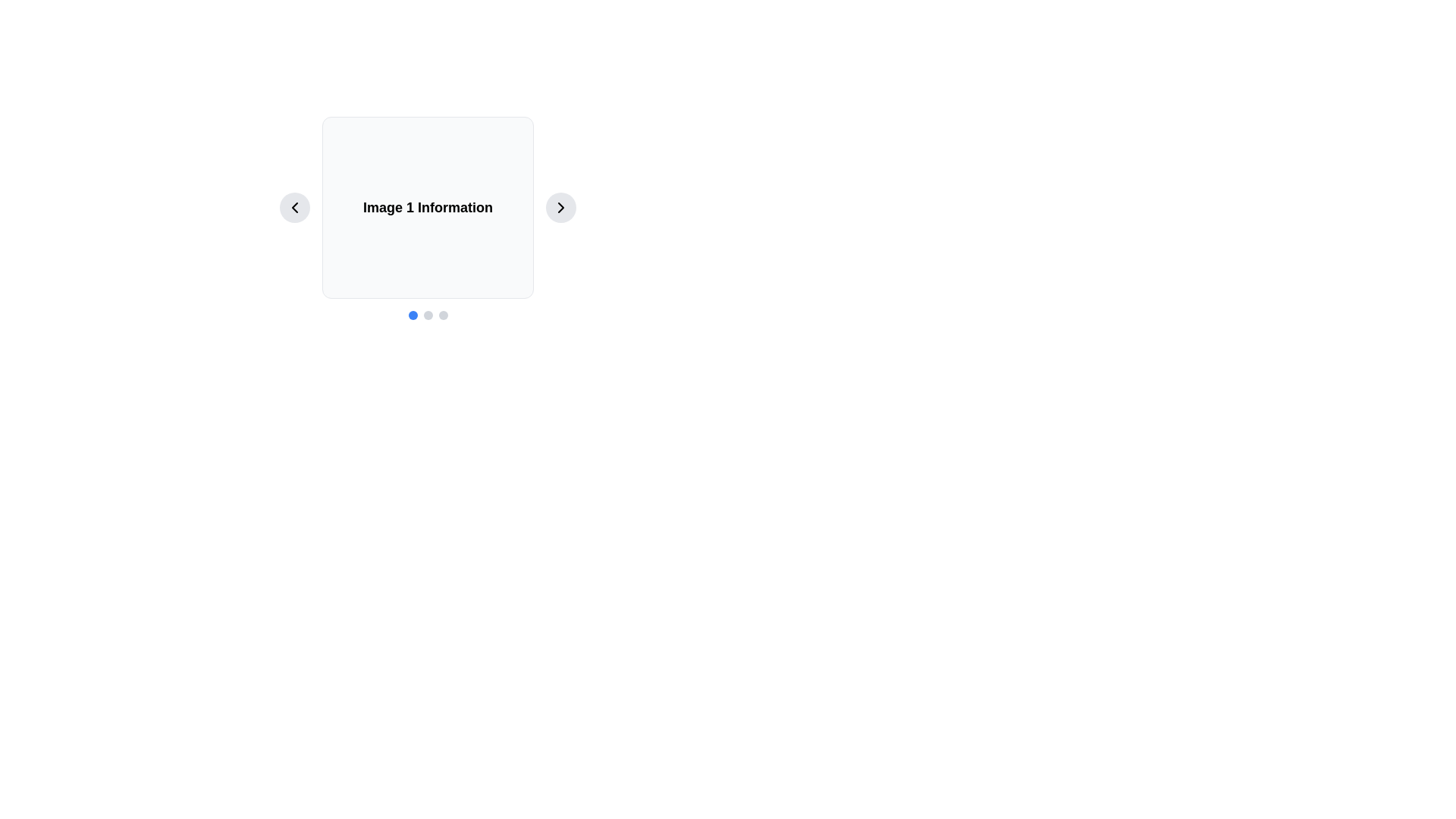  I want to click on the circular button marked with a left-pointing chevron icon located on the left side of the 'Image 1 Information' panel for keyboard navigation, so click(294, 207).